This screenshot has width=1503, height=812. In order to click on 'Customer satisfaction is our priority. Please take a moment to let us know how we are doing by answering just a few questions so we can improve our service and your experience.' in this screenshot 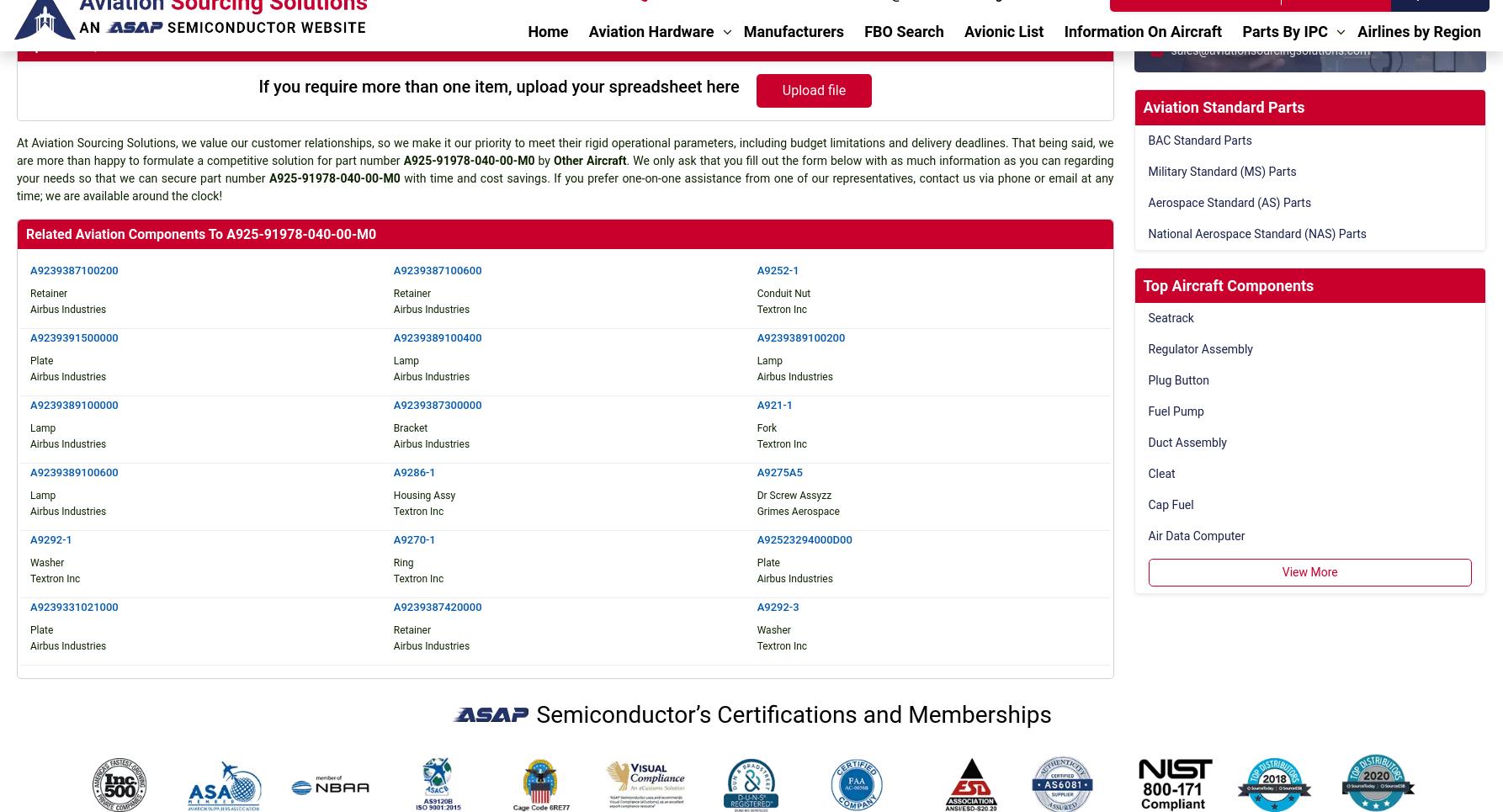, I will do `click(1279, 507)`.